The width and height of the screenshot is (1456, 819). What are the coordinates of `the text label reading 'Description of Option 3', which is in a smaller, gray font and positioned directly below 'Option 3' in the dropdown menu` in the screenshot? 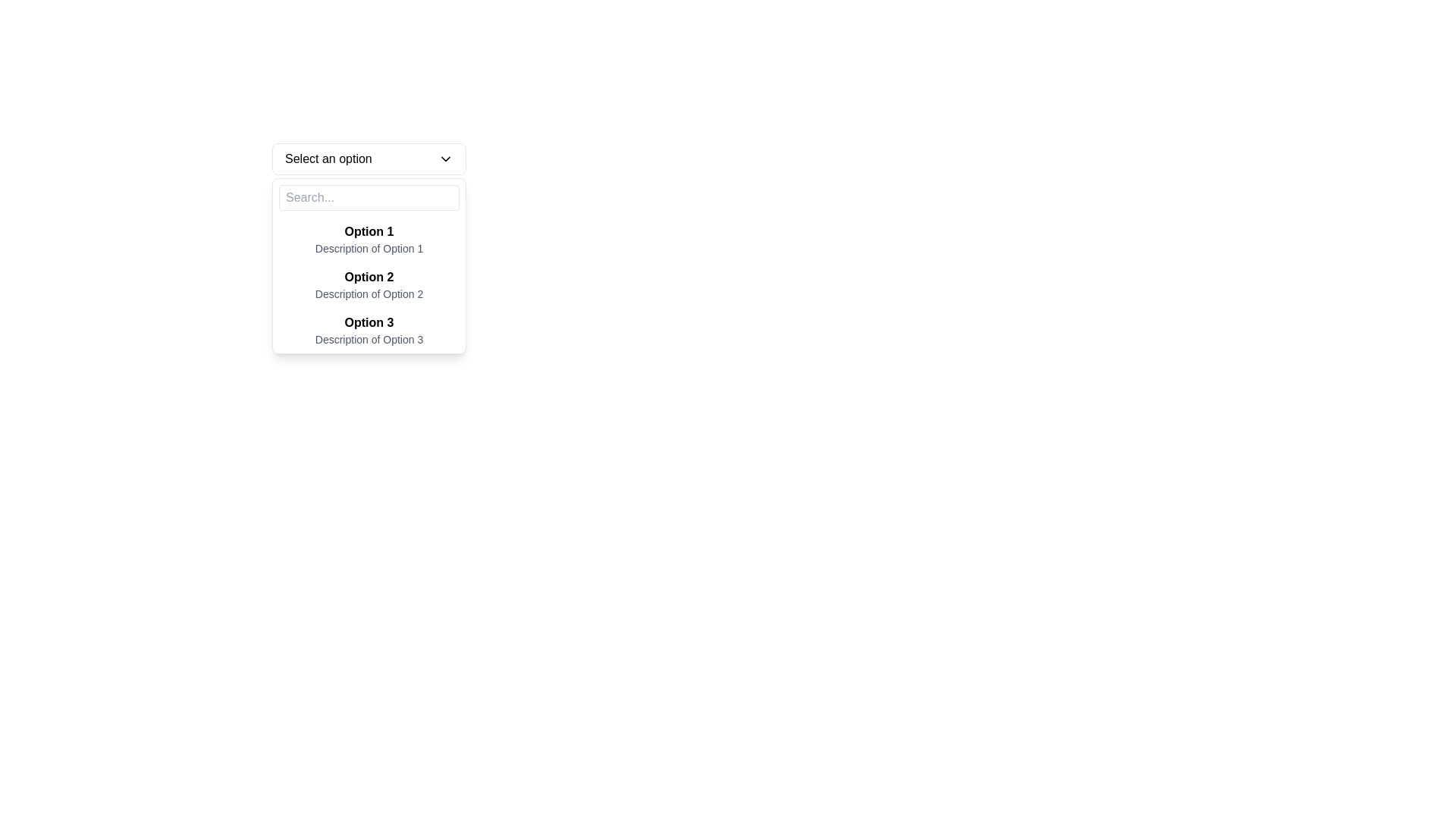 It's located at (369, 338).